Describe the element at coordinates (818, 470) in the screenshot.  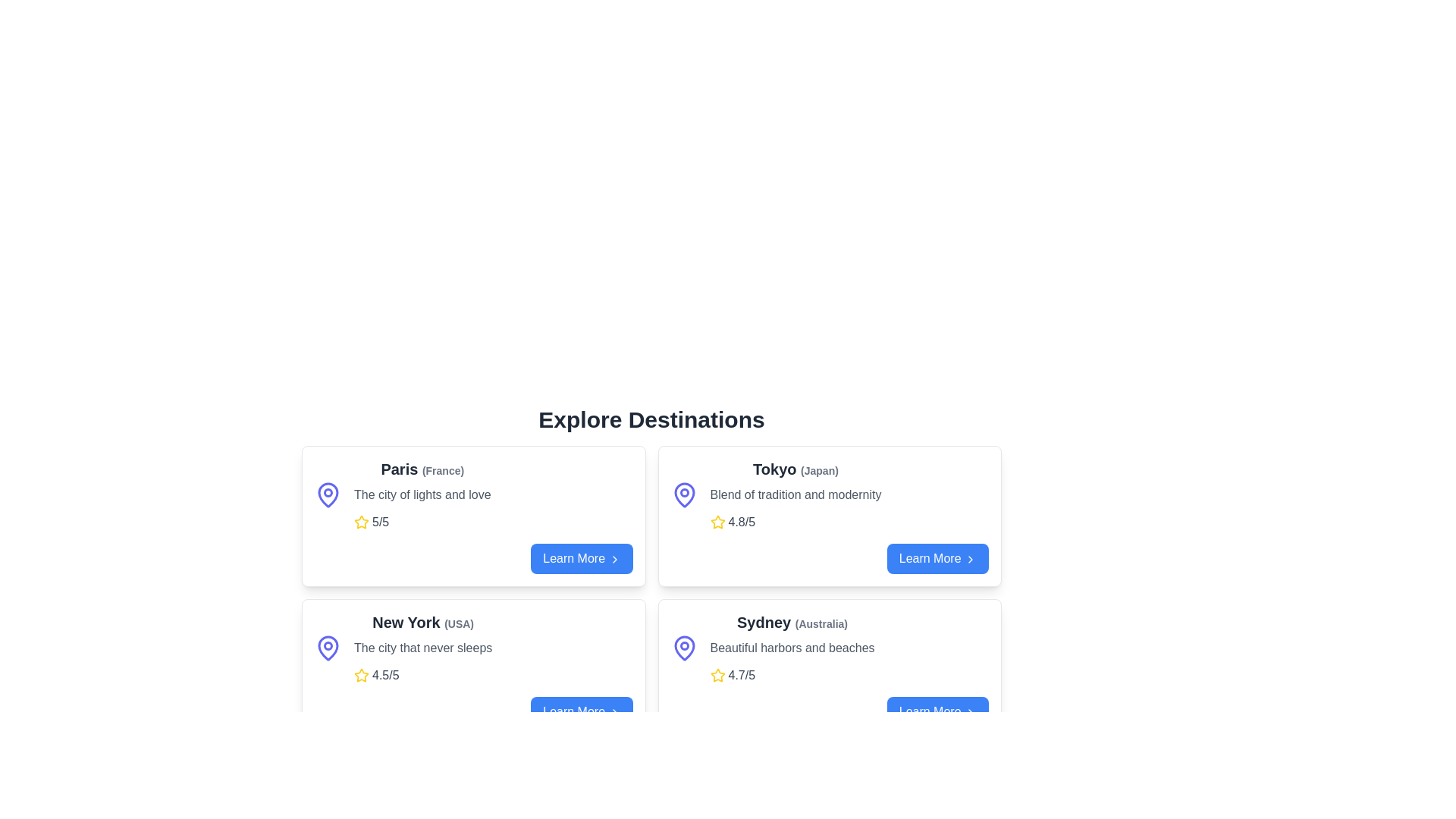
I see `the Text Label containing the text '(Japan)' which is styled in gray and located next to 'Tokyo' in the top-right card of the grid layout` at that location.